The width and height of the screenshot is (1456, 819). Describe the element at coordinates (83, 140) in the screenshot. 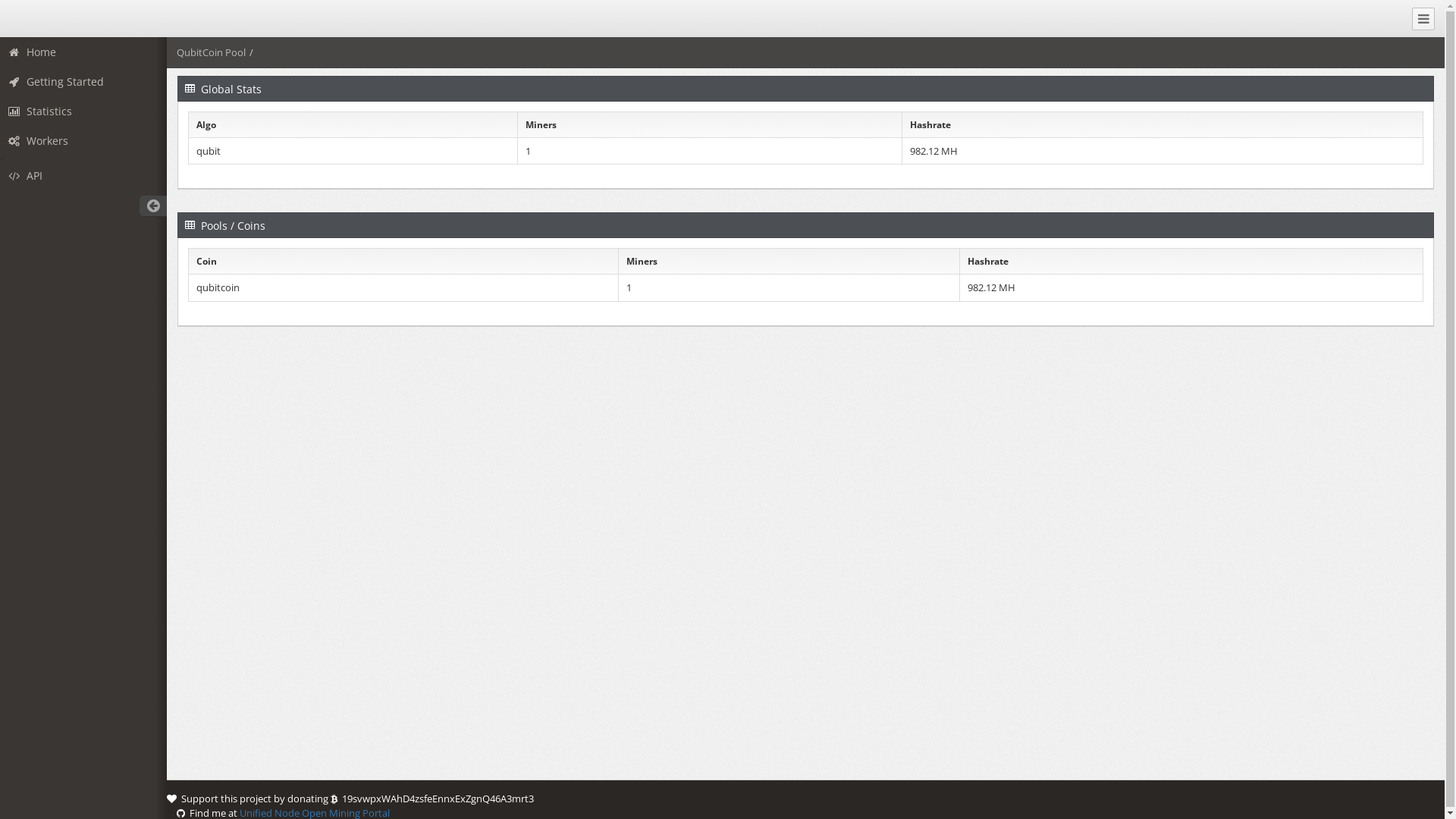

I see `'Workers'` at that location.